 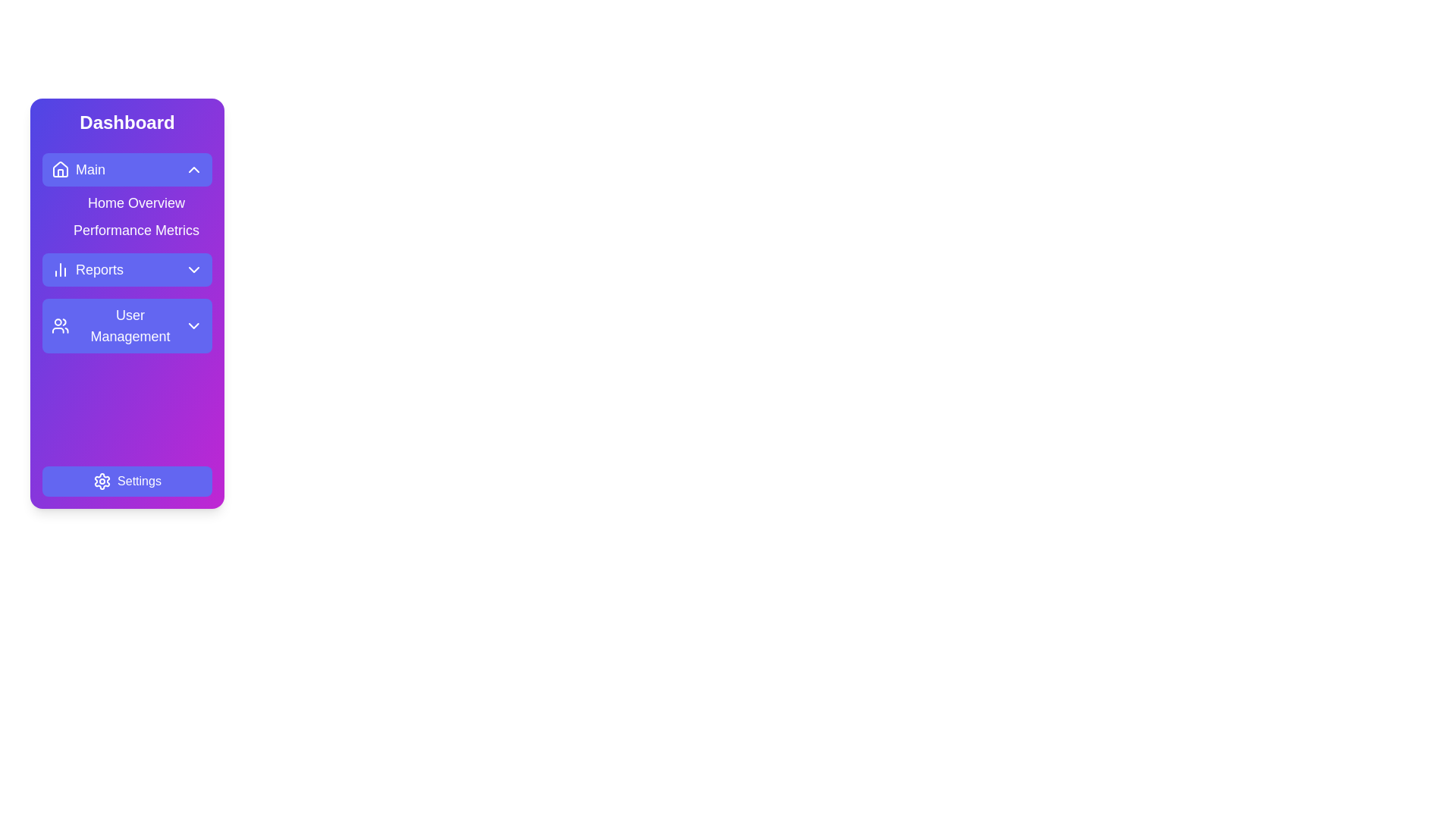 What do you see at coordinates (136, 231) in the screenshot?
I see `the 'Performance Metrics' navigation link to trigger its visual hover effect, which changes its color against the purple background` at bounding box center [136, 231].